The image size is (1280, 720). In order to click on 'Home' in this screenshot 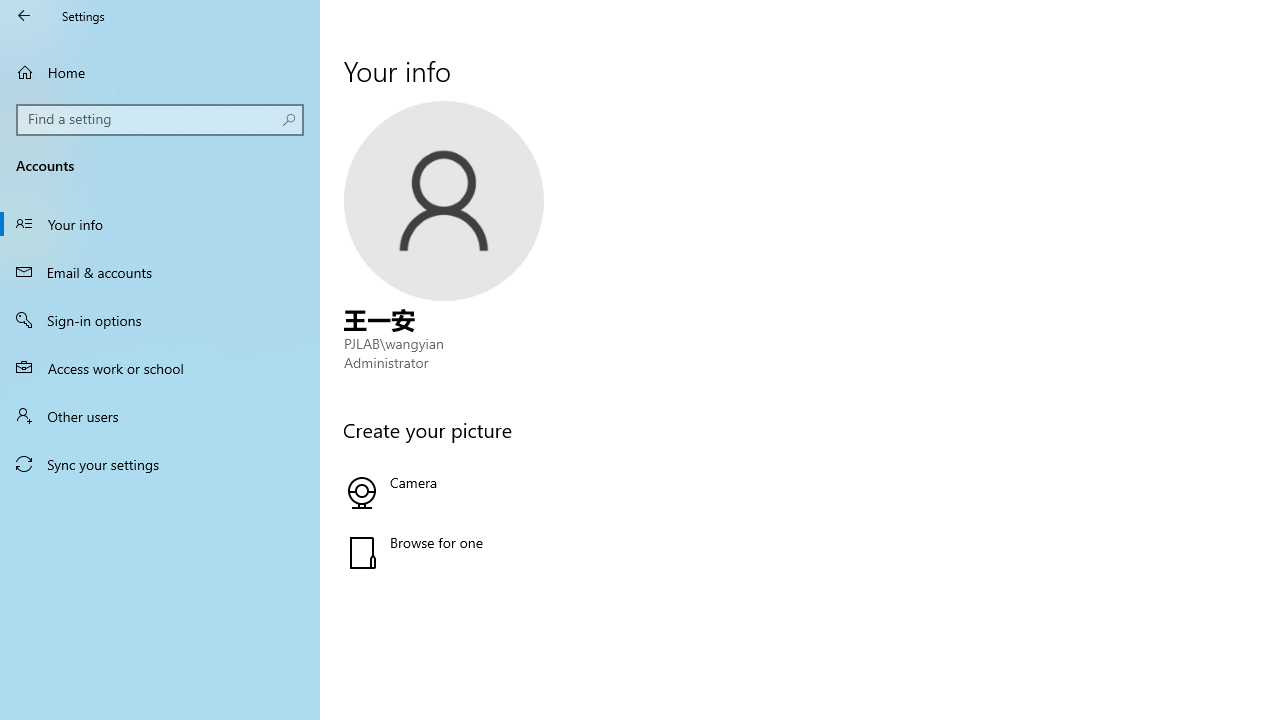, I will do `click(160, 71)`.